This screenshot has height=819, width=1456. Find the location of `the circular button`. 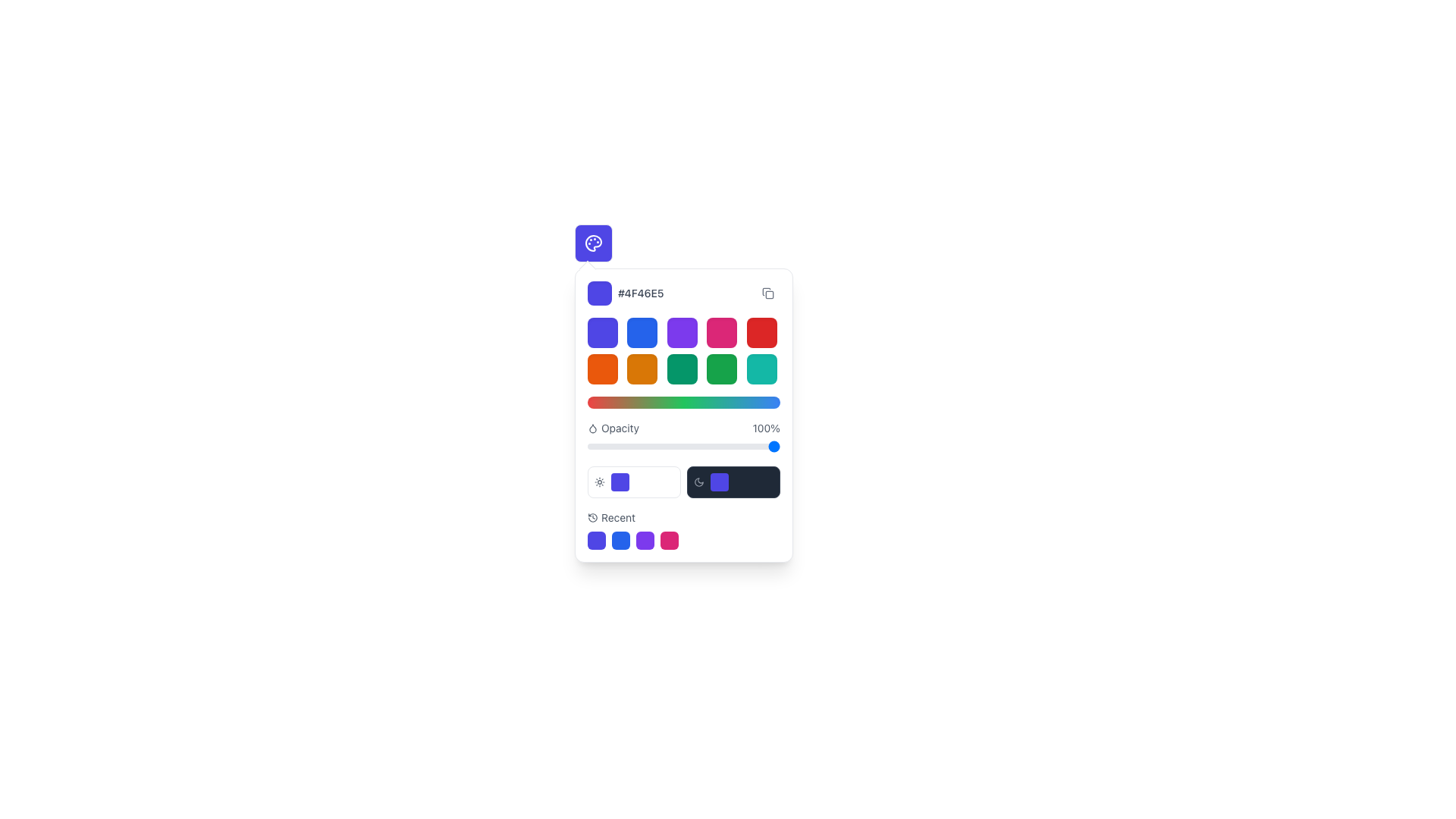

the circular button is located at coordinates (683, 540).